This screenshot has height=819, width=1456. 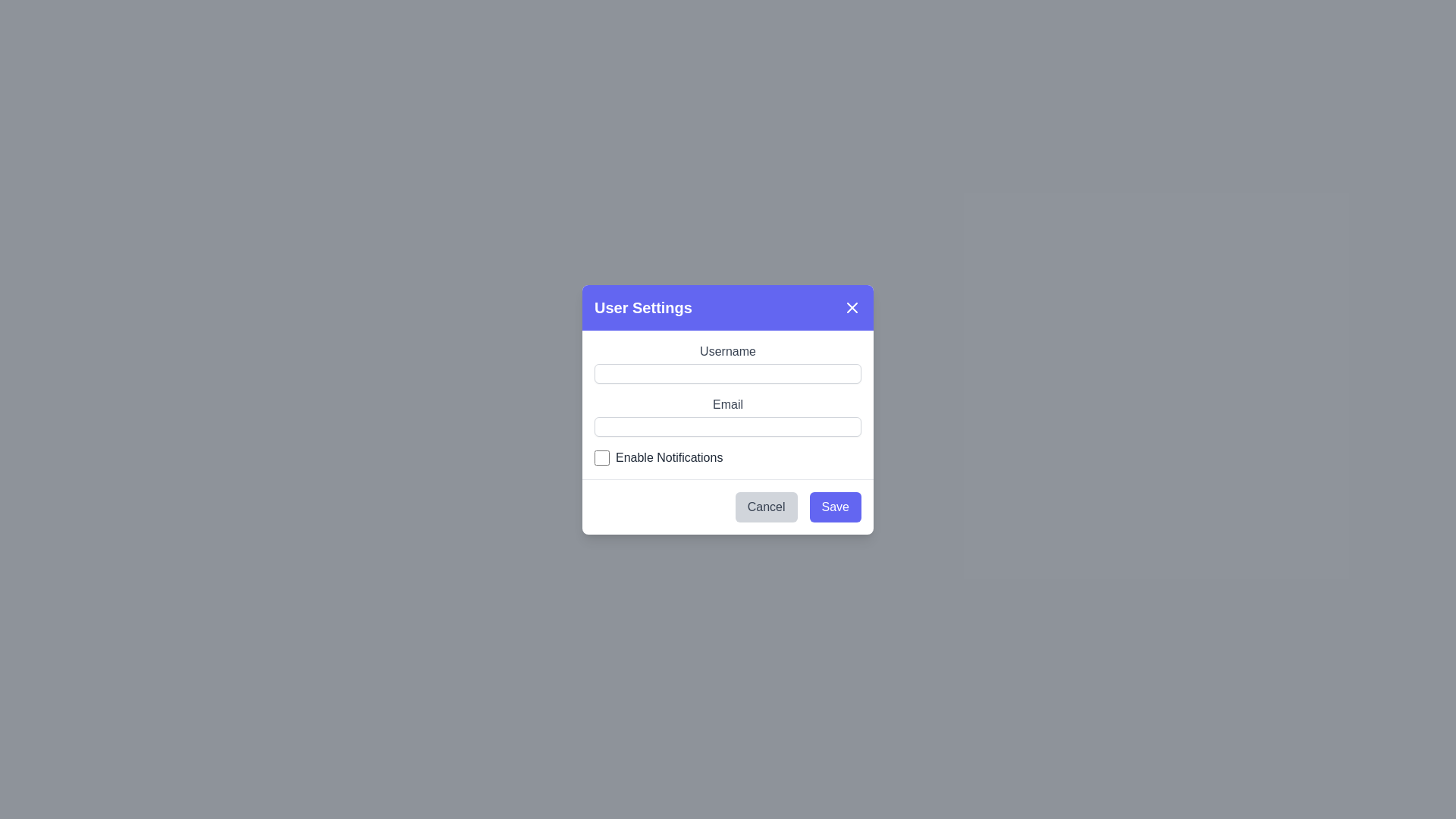 What do you see at coordinates (728, 457) in the screenshot?
I see `the checkbox labeled 'Enable Notifications'` at bounding box center [728, 457].